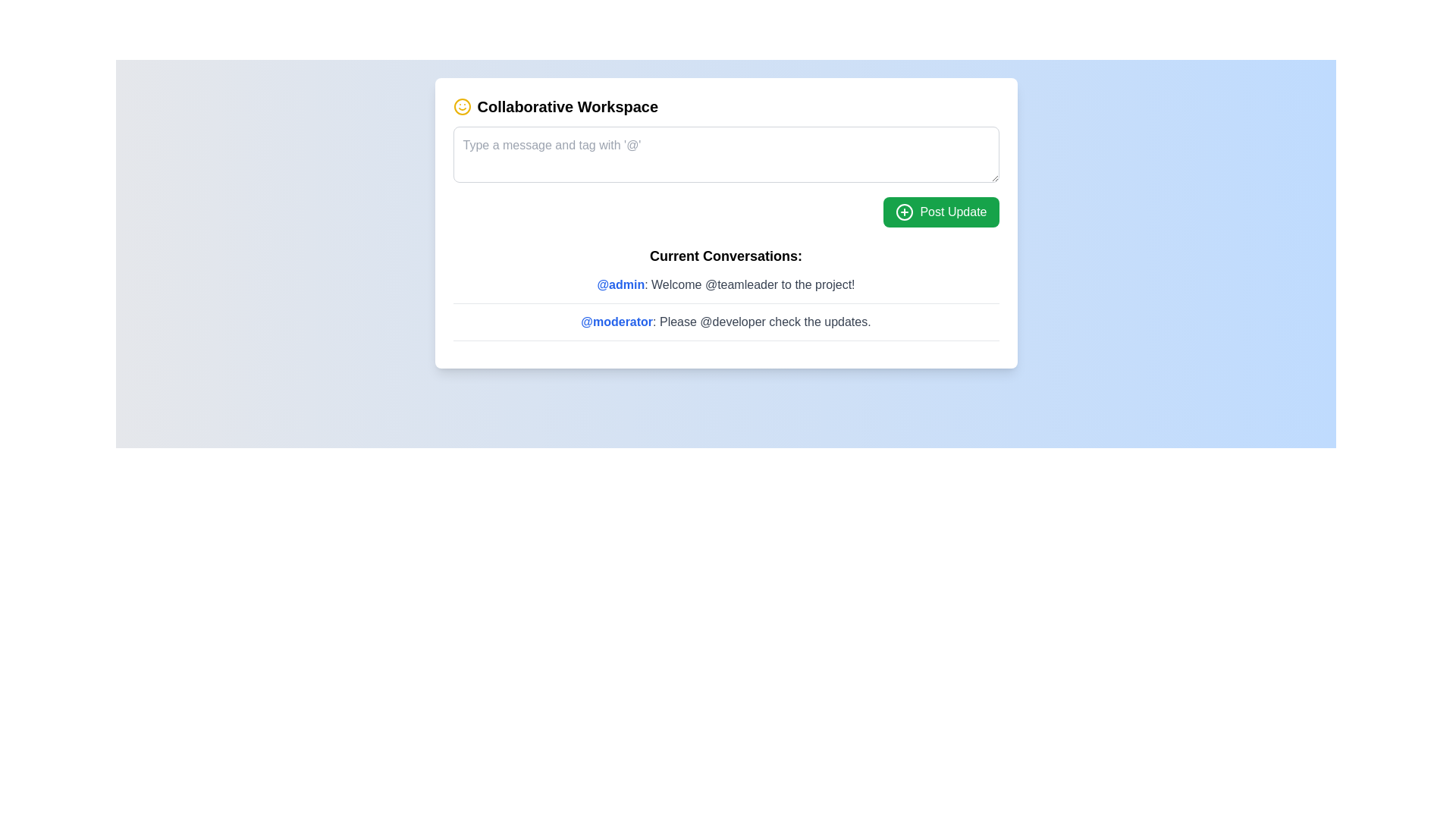 Image resolution: width=1456 pixels, height=819 pixels. I want to click on the Text Label that serves as a descriptive header for the section containing conversation messages, located centrally below the text input and button elements, so click(725, 256).